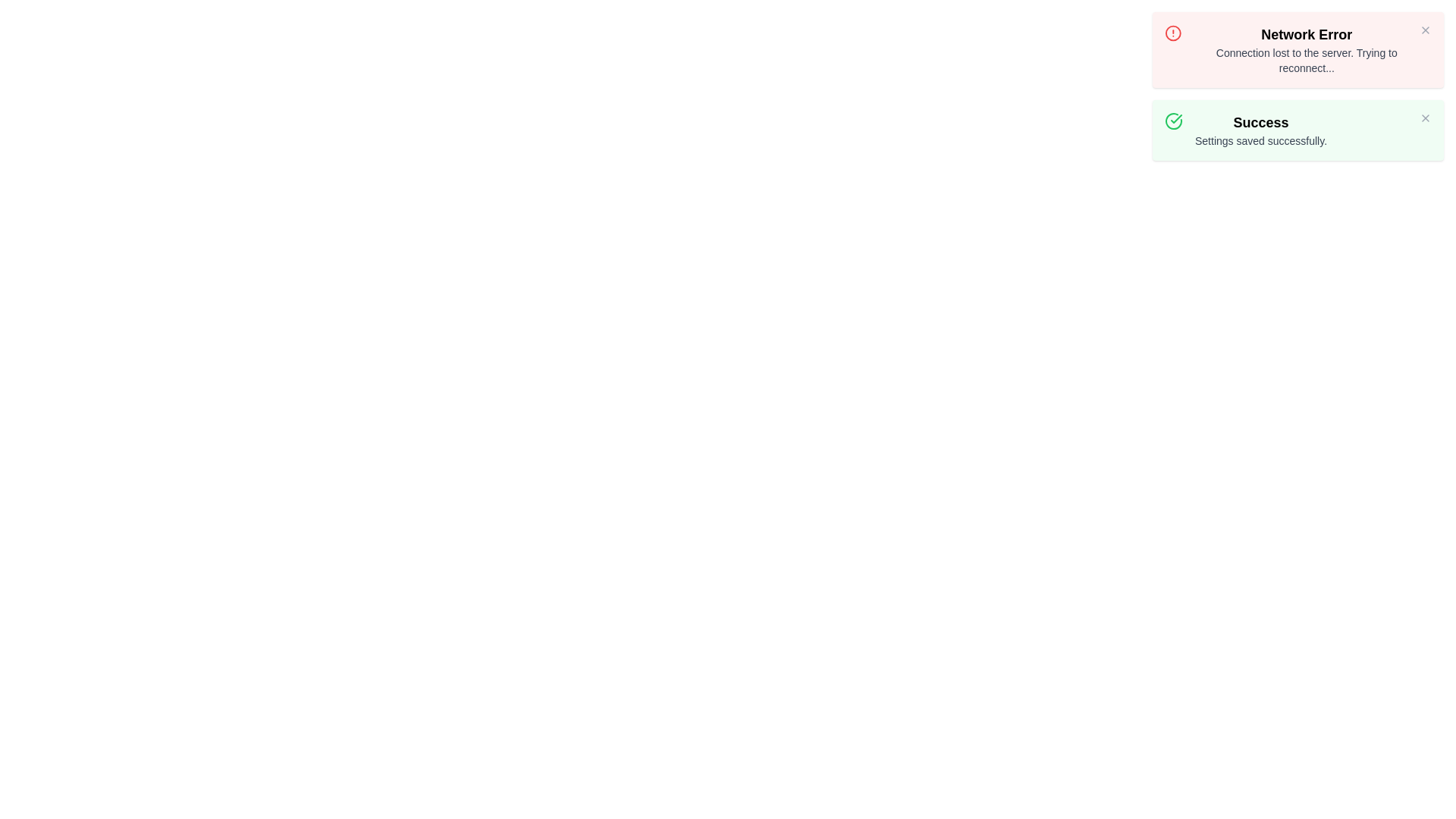 The image size is (1456, 819). I want to click on the close button icon ('X') located at the top-right corner of the error notification box with a light red background, so click(1425, 30).